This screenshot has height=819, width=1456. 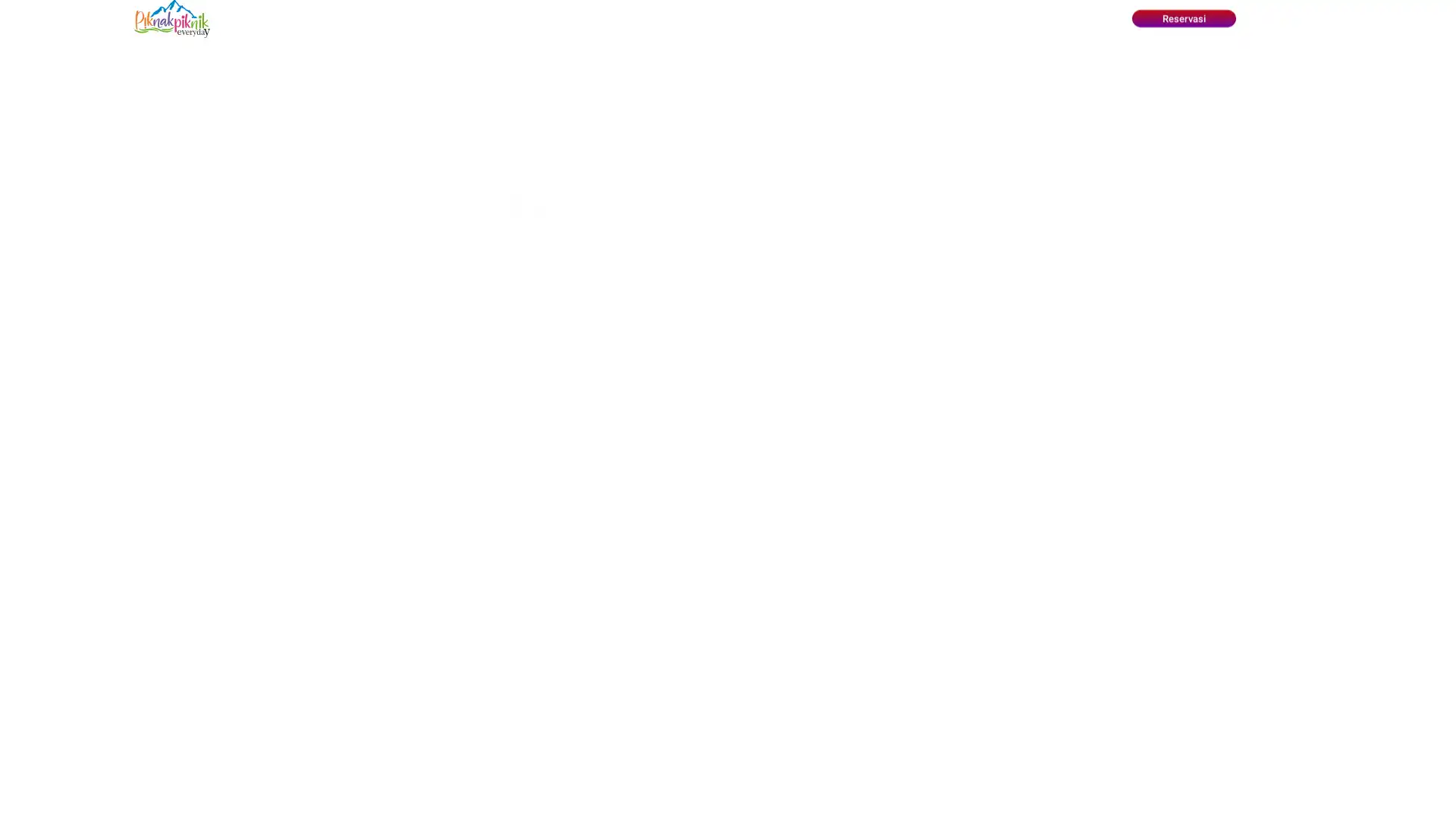 I want to click on Reservasi, so click(x=1182, y=18).